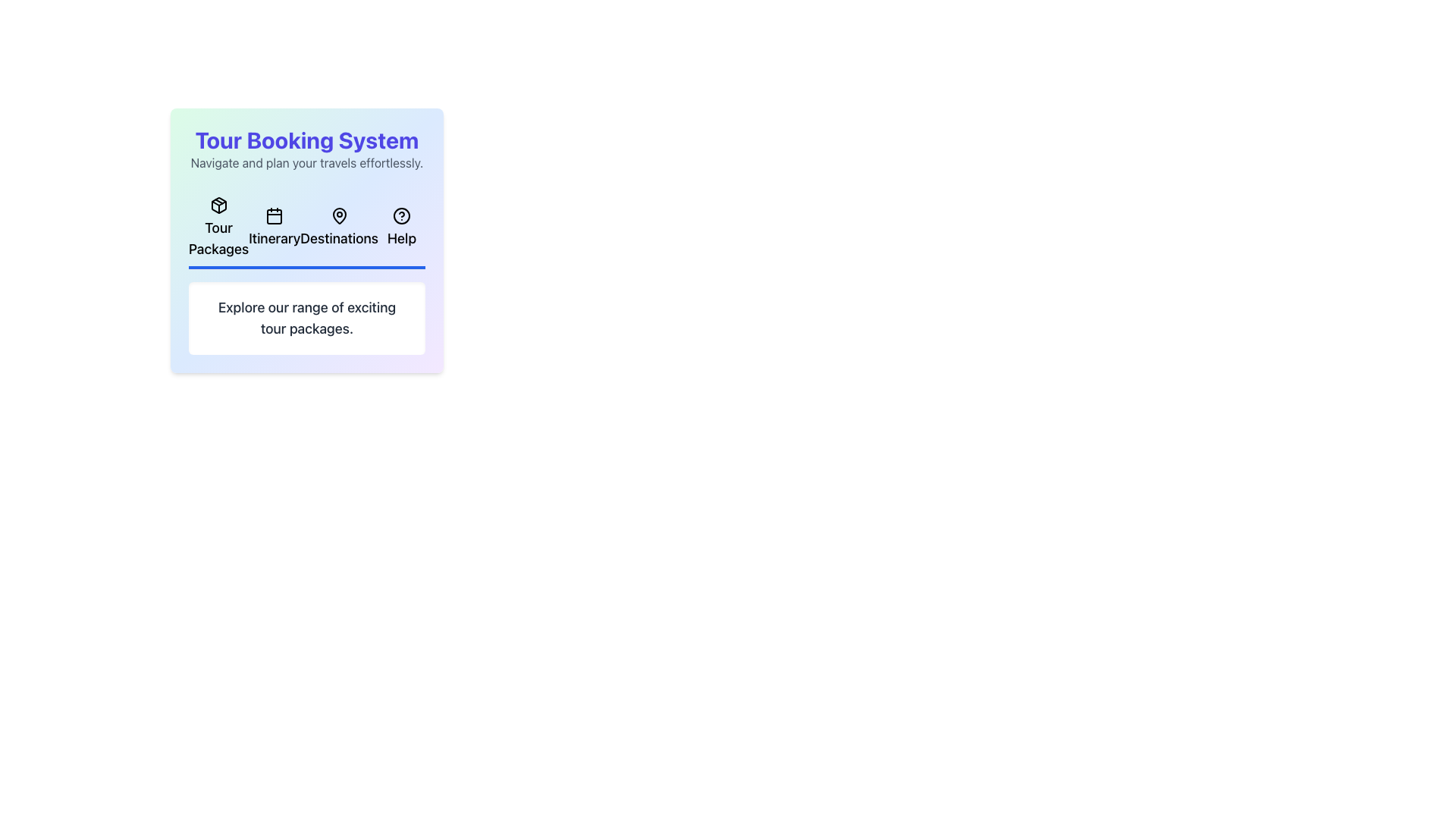 The height and width of the screenshot is (819, 1456). What do you see at coordinates (401, 230) in the screenshot?
I see `the fourth button in the navigation bar that directs users to the help or support section` at bounding box center [401, 230].